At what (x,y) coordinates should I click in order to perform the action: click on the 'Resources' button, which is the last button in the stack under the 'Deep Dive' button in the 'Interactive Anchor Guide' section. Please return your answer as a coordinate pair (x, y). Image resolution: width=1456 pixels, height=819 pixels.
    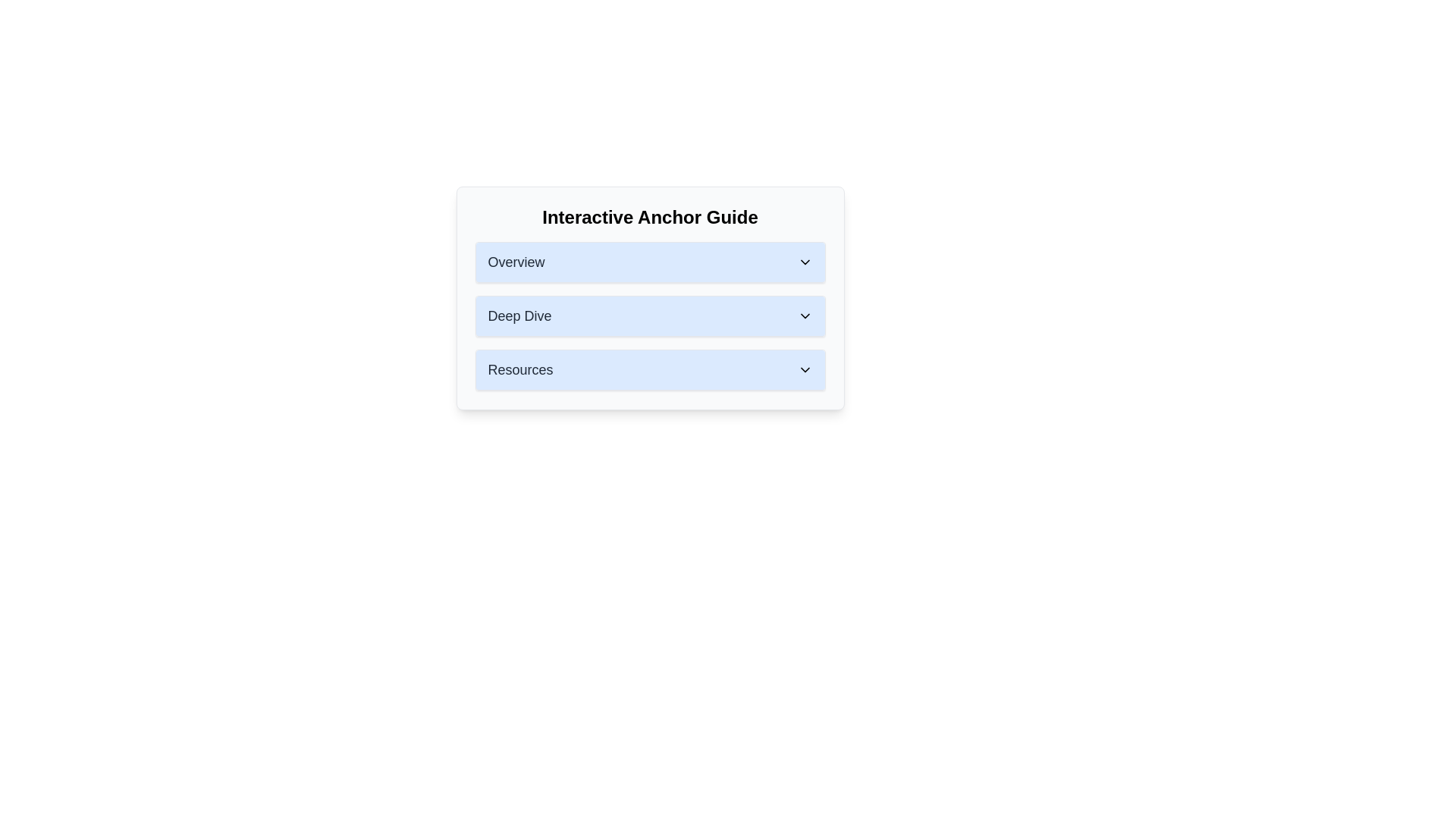
    Looking at the image, I should click on (650, 370).